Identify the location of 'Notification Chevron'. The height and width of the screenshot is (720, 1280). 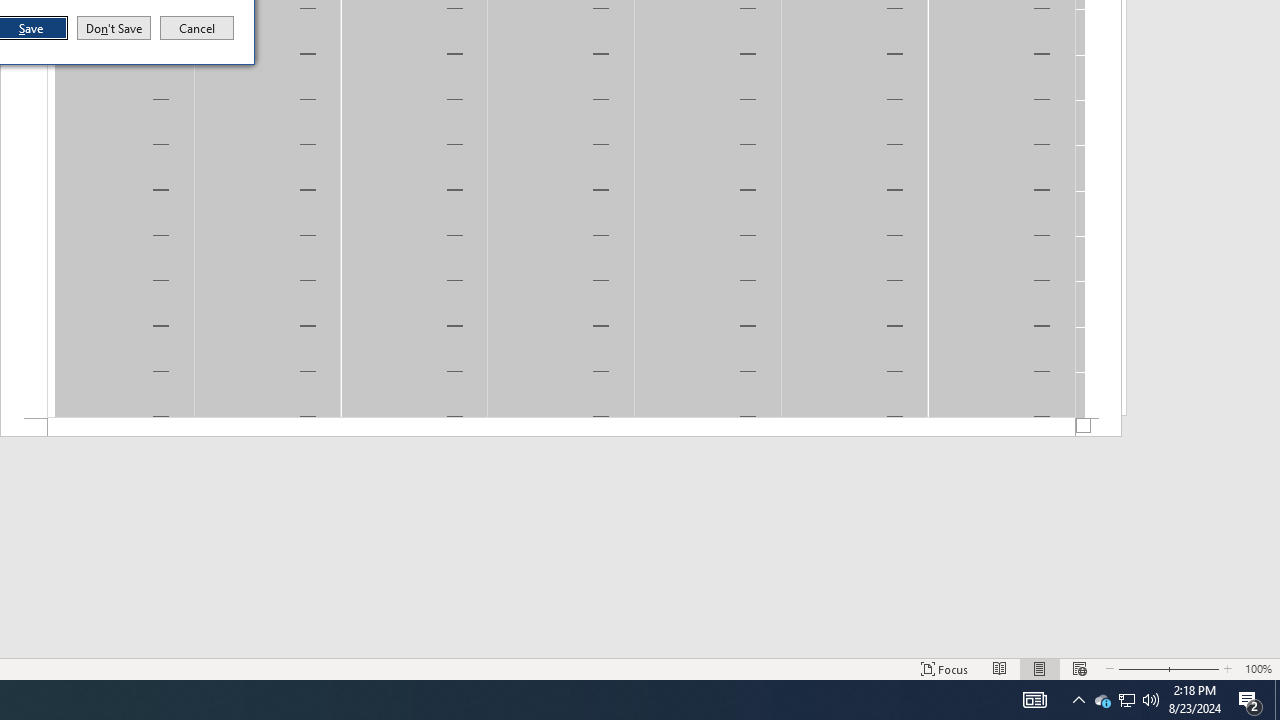
(1101, 698).